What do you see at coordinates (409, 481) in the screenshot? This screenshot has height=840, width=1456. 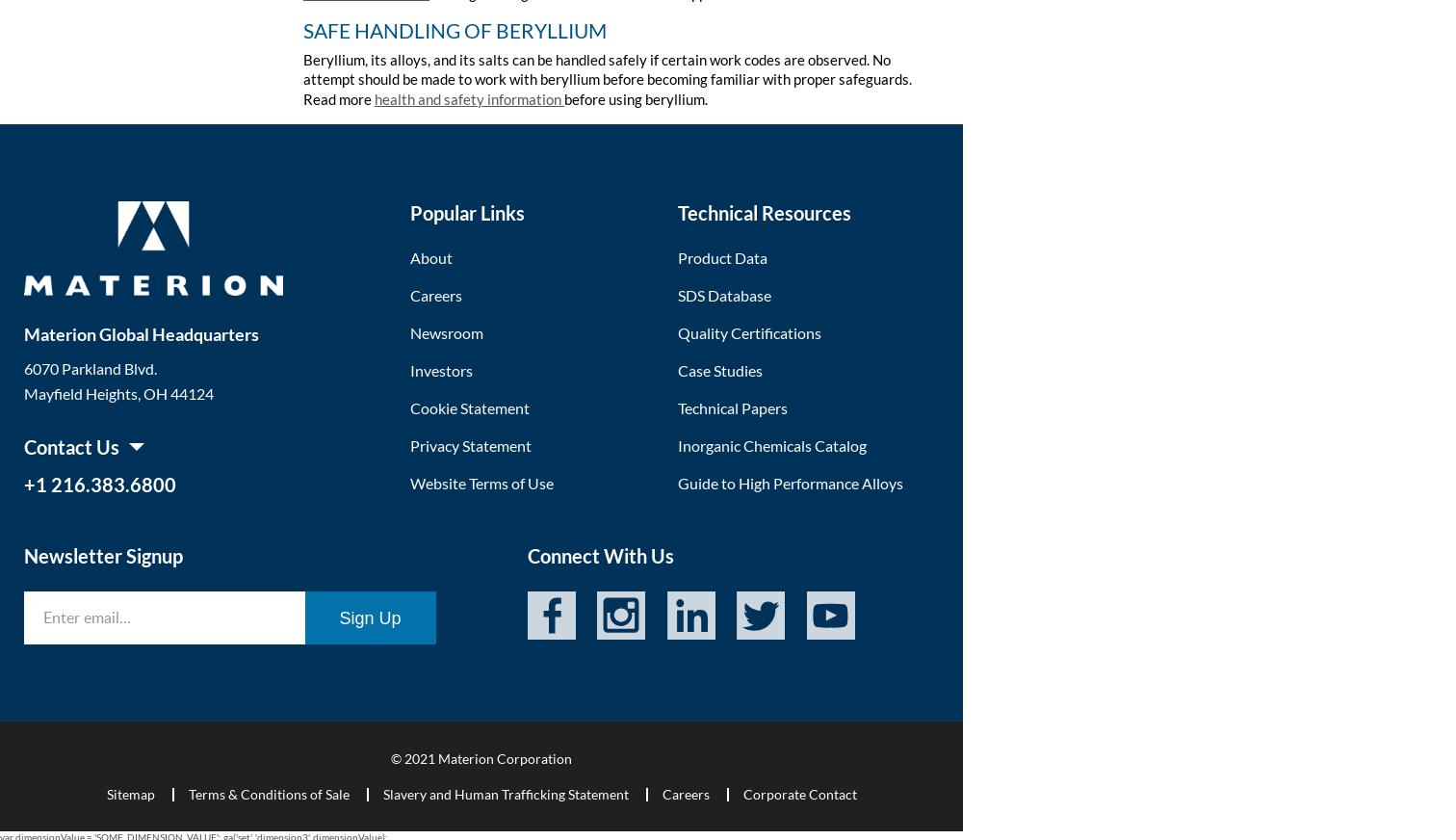 I see `'Website Terms of Use'` at bounding box center [409, 481].